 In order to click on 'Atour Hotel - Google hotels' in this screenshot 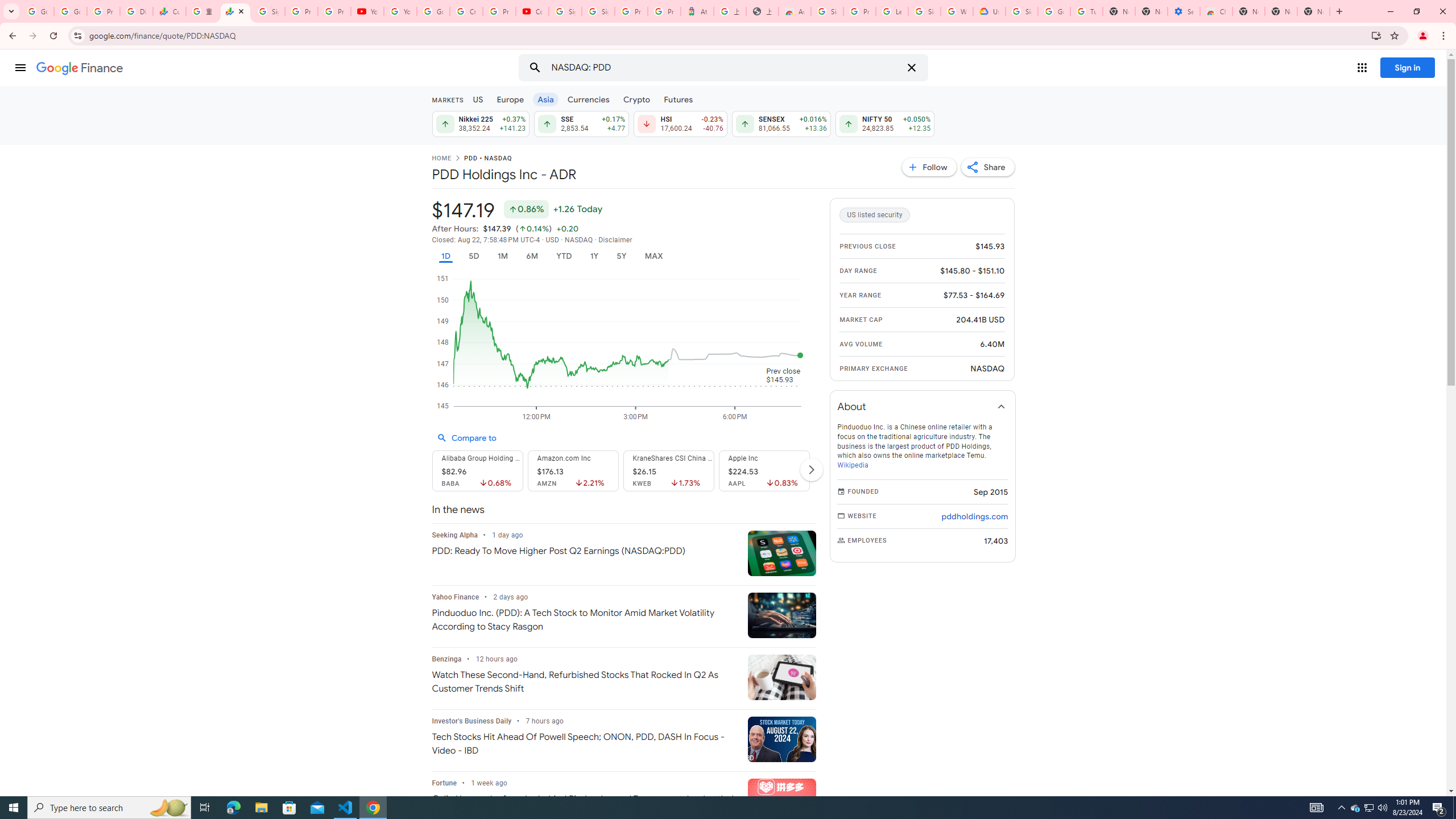, I will do `click(697, 11)`.